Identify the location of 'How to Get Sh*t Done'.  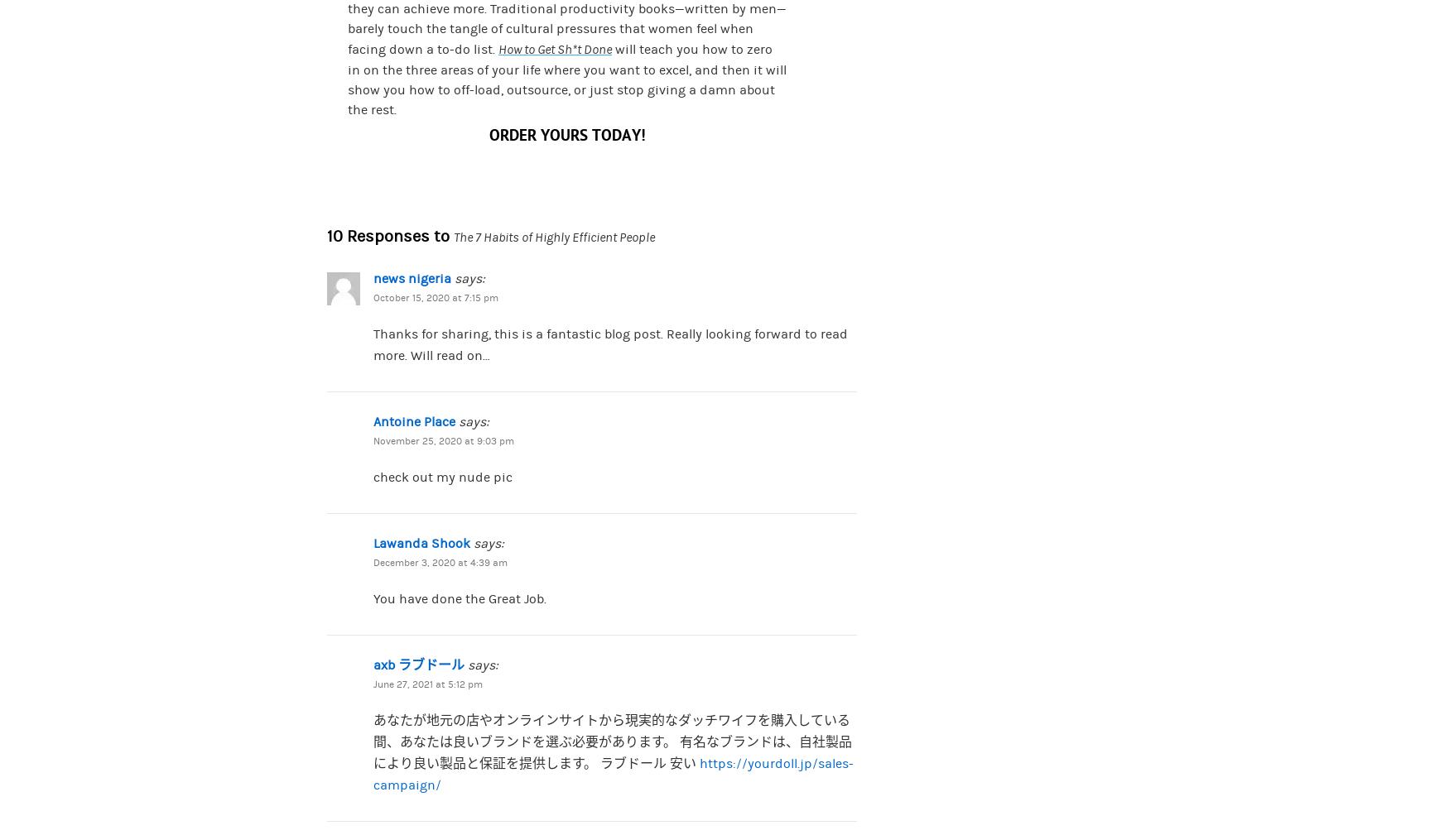
(554, 47).